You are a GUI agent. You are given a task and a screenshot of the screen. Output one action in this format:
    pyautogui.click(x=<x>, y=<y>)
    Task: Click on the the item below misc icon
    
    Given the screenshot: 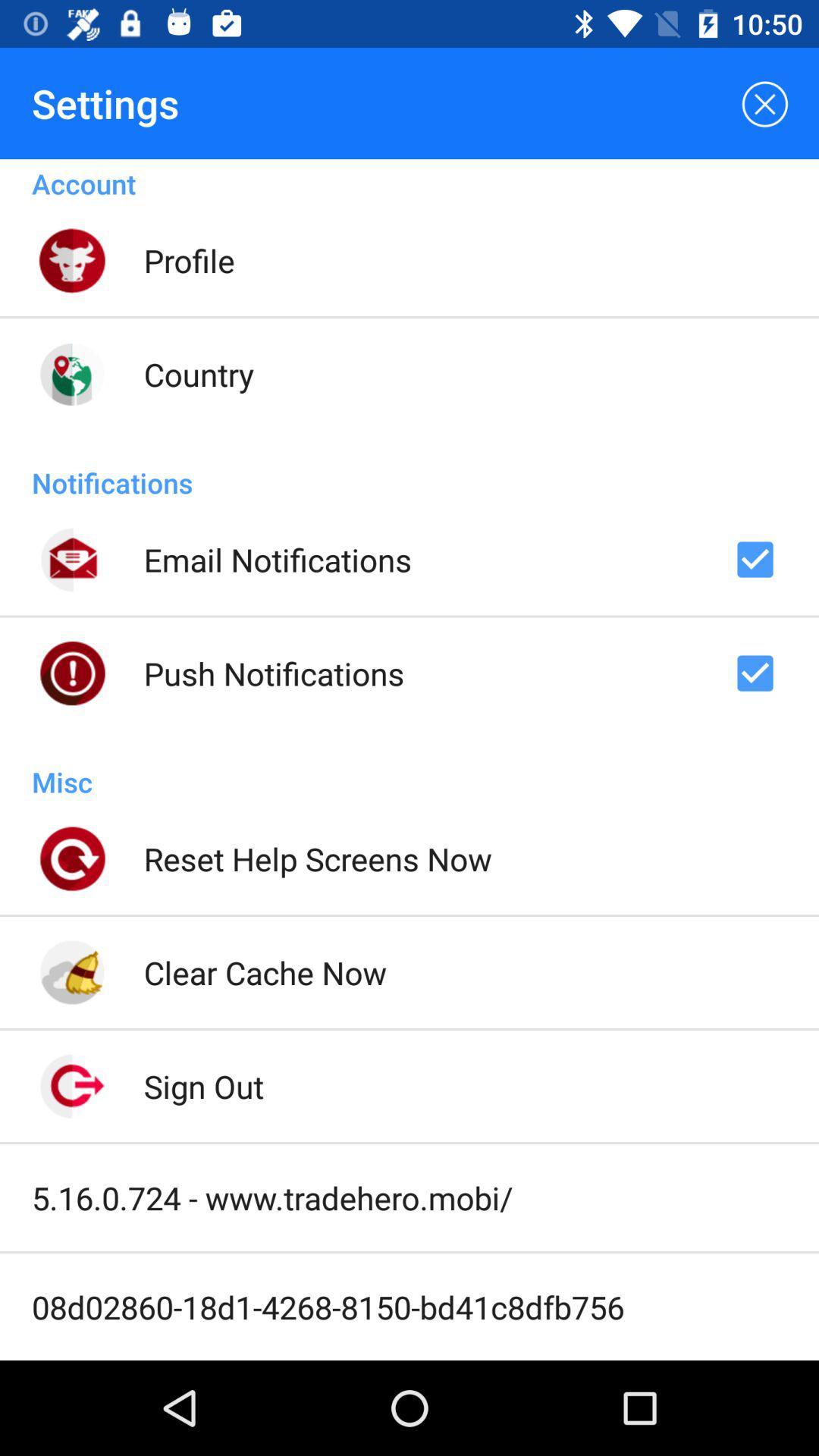 What is the action you would take?
    pyautogui.click(x=317, y=858)
    